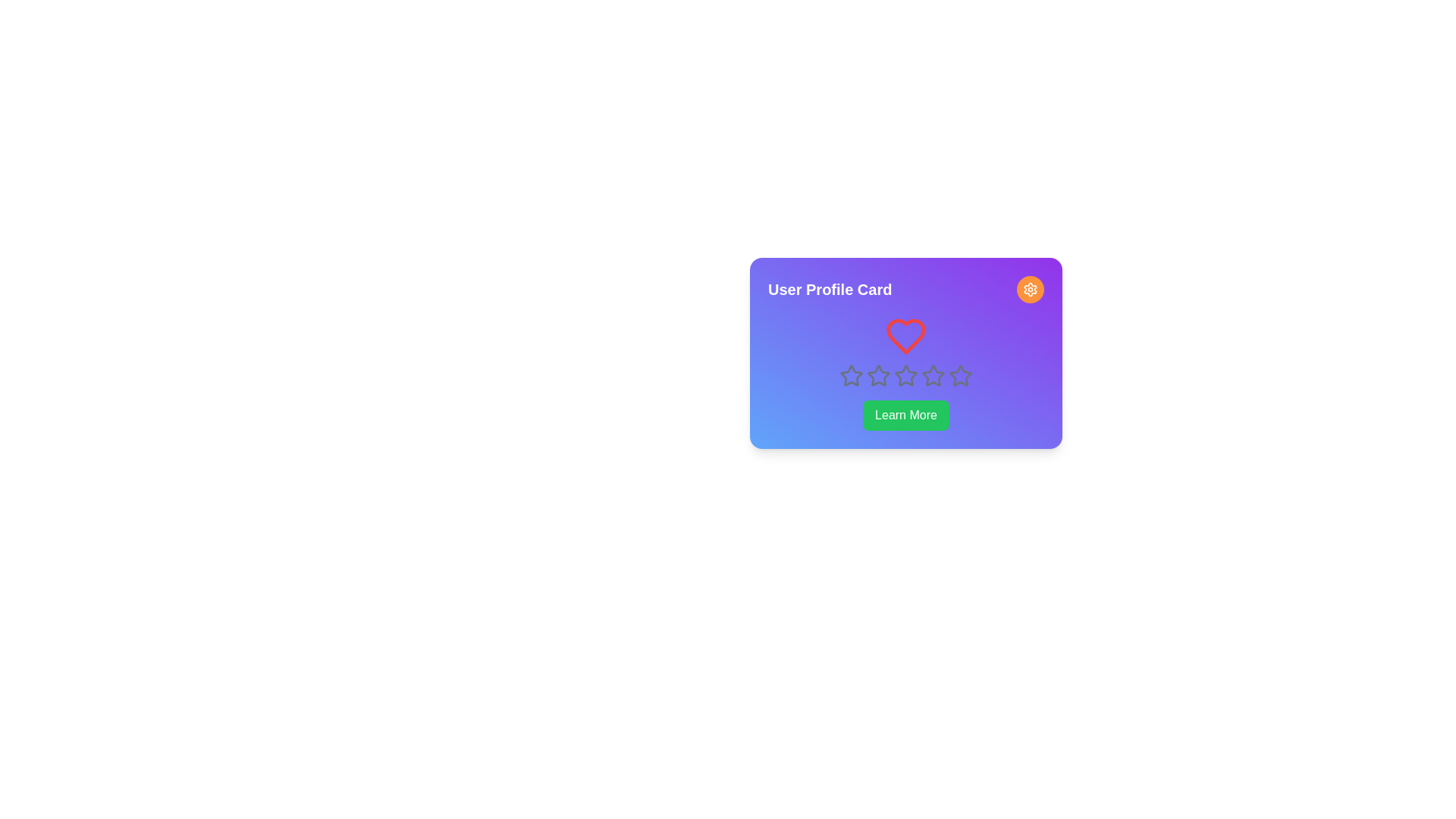 The height and width of the screenshot is (819, 1456). What do you see at coordinates (906, 415) in the screenshot?
I see `the 'Learn More' button with a green background and white bold text to observe the hover effect` at bounding box center [906, 415].